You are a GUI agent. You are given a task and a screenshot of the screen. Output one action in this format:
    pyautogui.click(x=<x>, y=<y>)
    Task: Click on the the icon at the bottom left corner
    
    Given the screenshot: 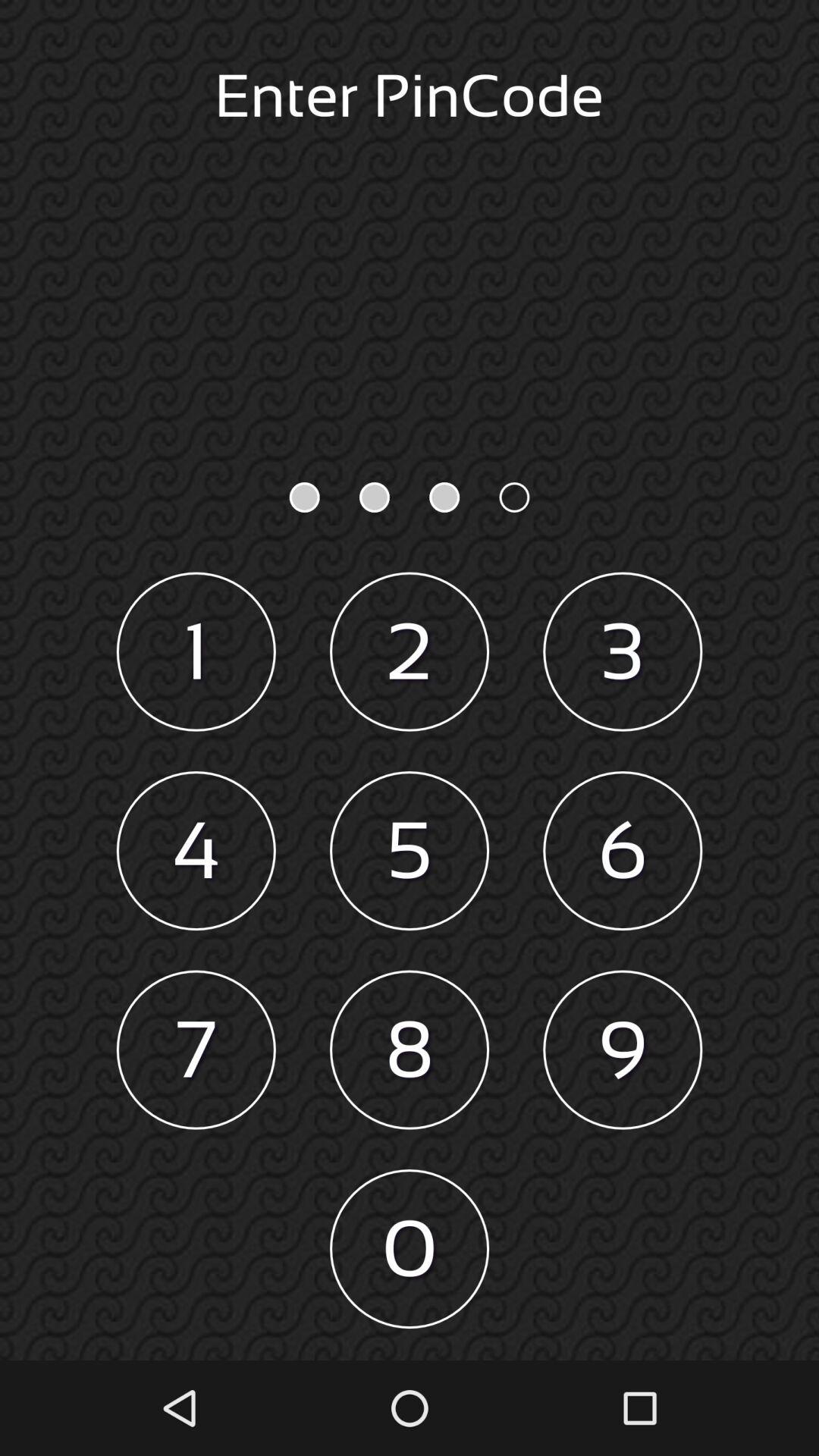 What is the action you would take?
    pyautogui.click(x=195, y=1049)
    